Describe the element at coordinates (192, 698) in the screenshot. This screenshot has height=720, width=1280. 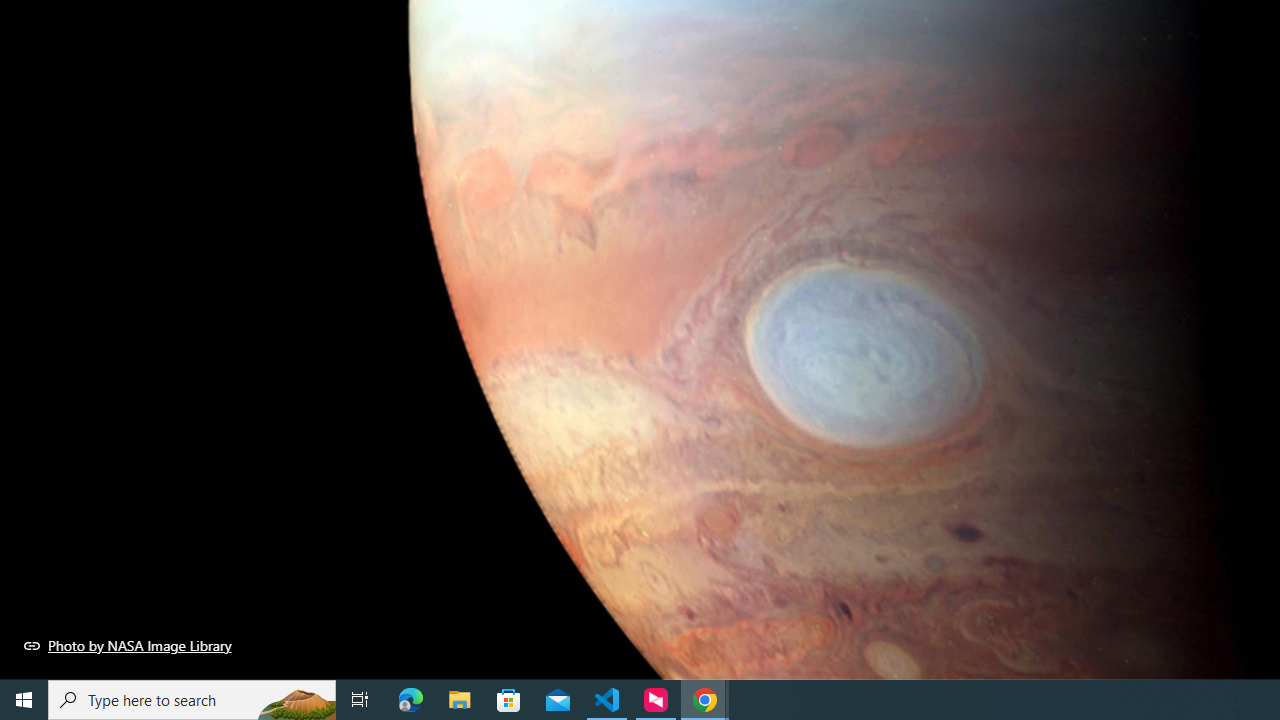
I see `'Type here to search'` at that location.